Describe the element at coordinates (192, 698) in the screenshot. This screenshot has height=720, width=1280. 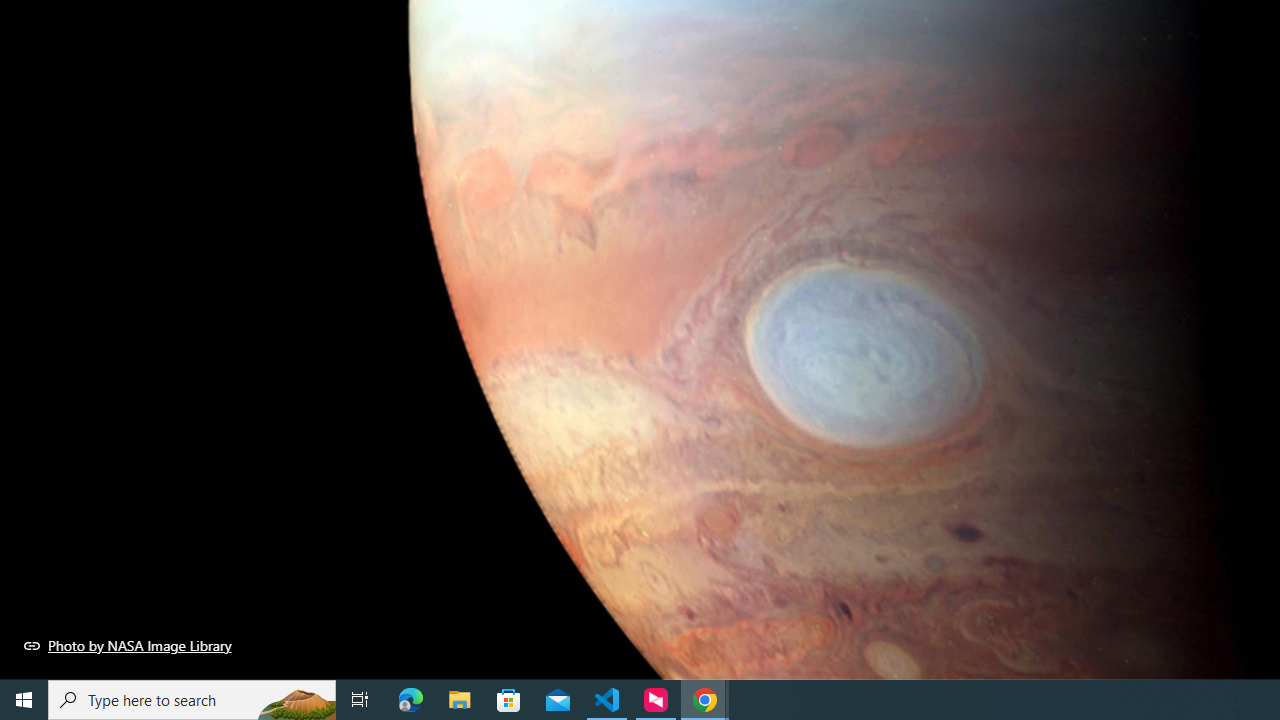
I see `'Type here to search'` at that location.